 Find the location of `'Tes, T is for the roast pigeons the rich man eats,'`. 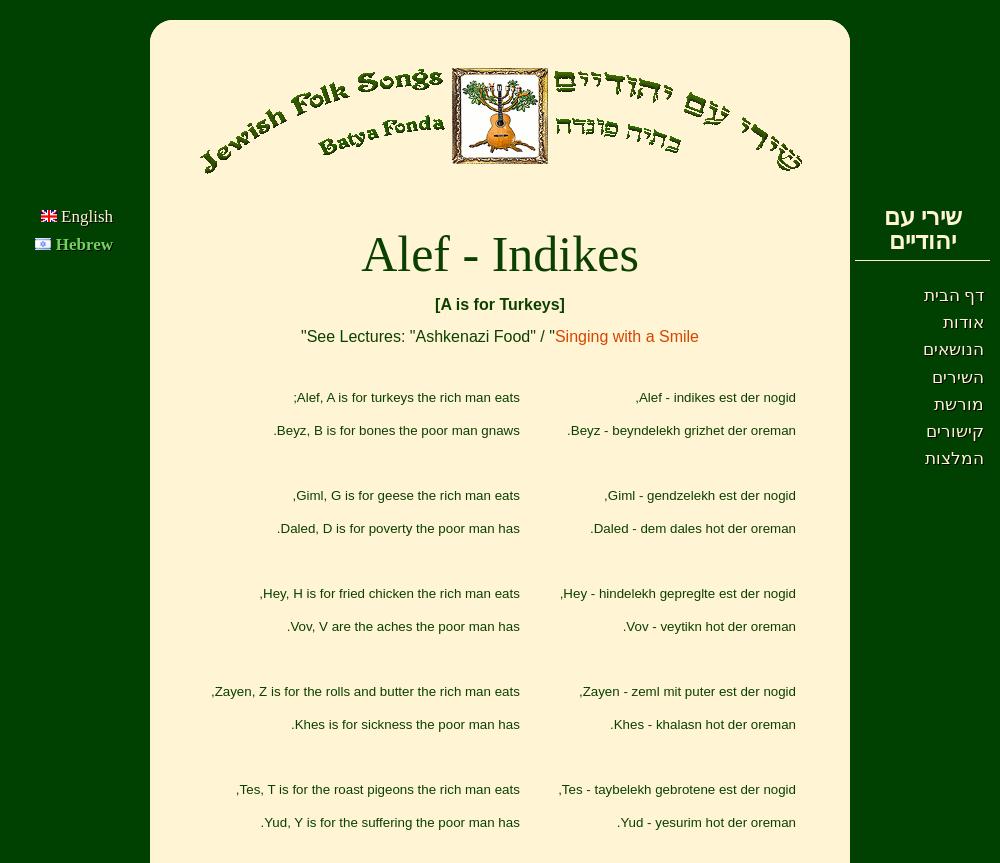

'Tes, T is for the roast pigeons the rich man eats,' is located at coordinates (234, 788).